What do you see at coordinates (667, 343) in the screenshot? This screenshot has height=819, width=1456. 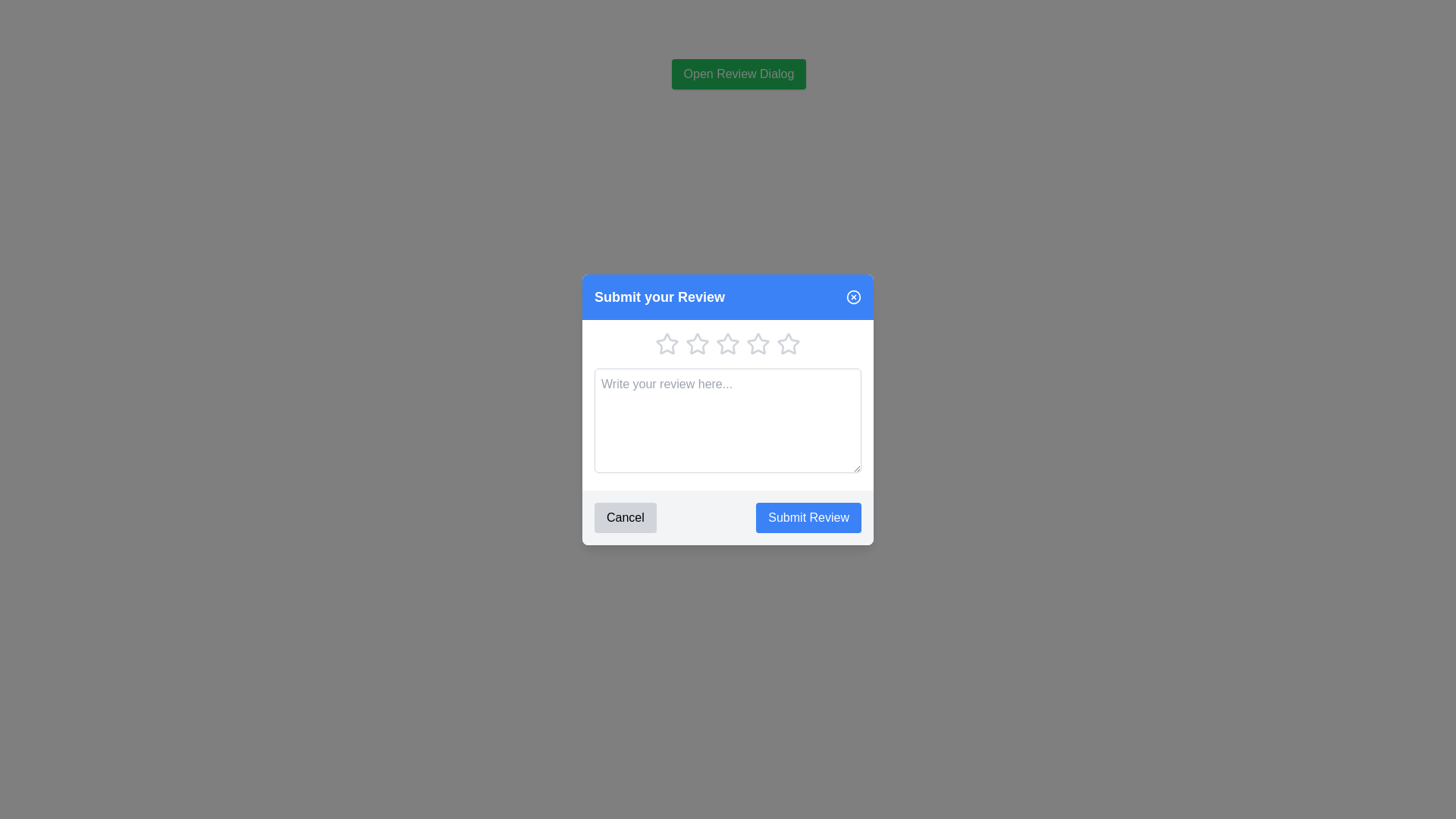 I see `the first star icon in the rating selection` at bounding box center [667, 343].